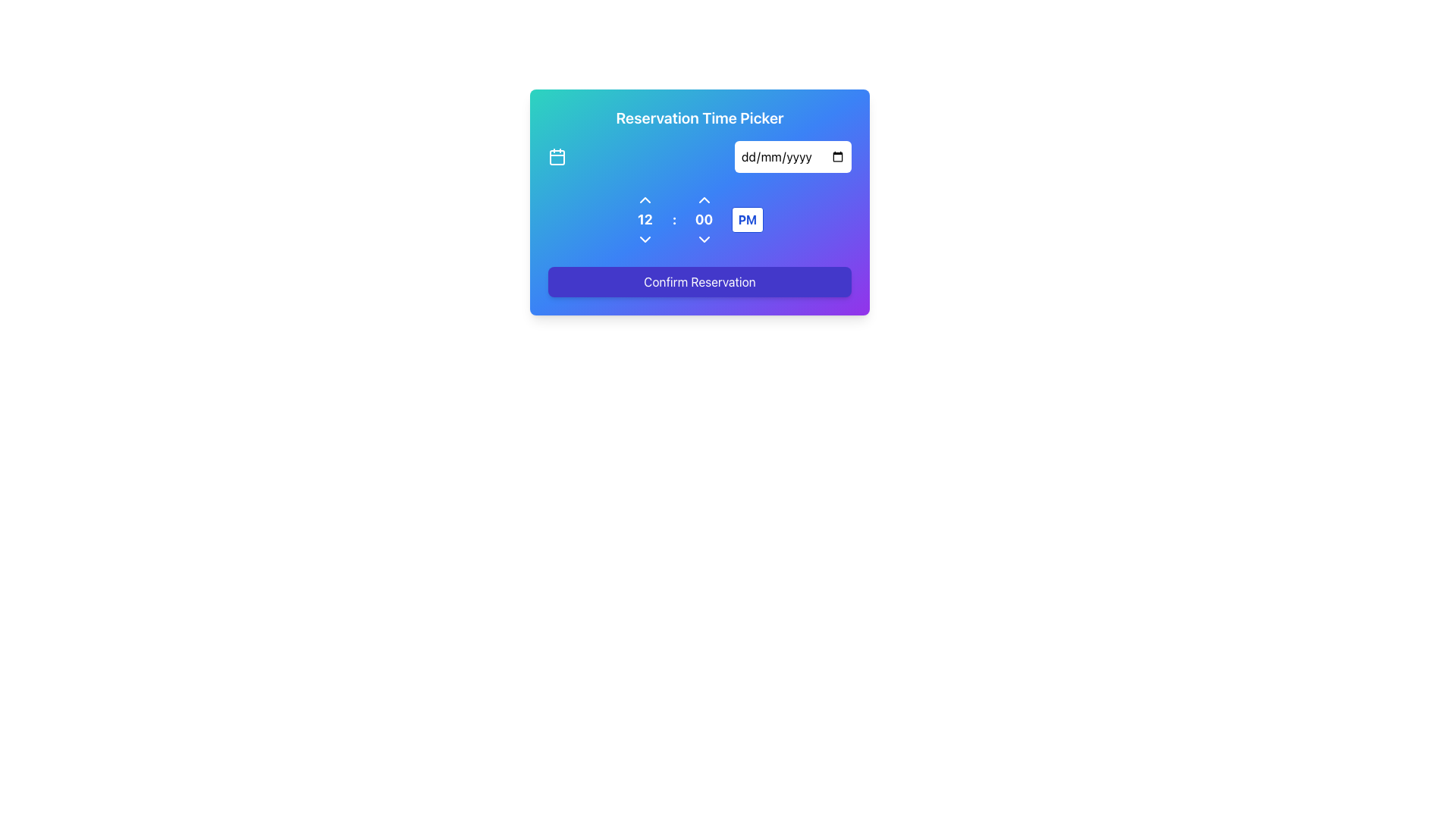 Image resolution: width=1456 pixels, height=819 pixels. I want to click on the upward arrow of the Time picker hour selector element to increase the hour value, so click(645, 219).